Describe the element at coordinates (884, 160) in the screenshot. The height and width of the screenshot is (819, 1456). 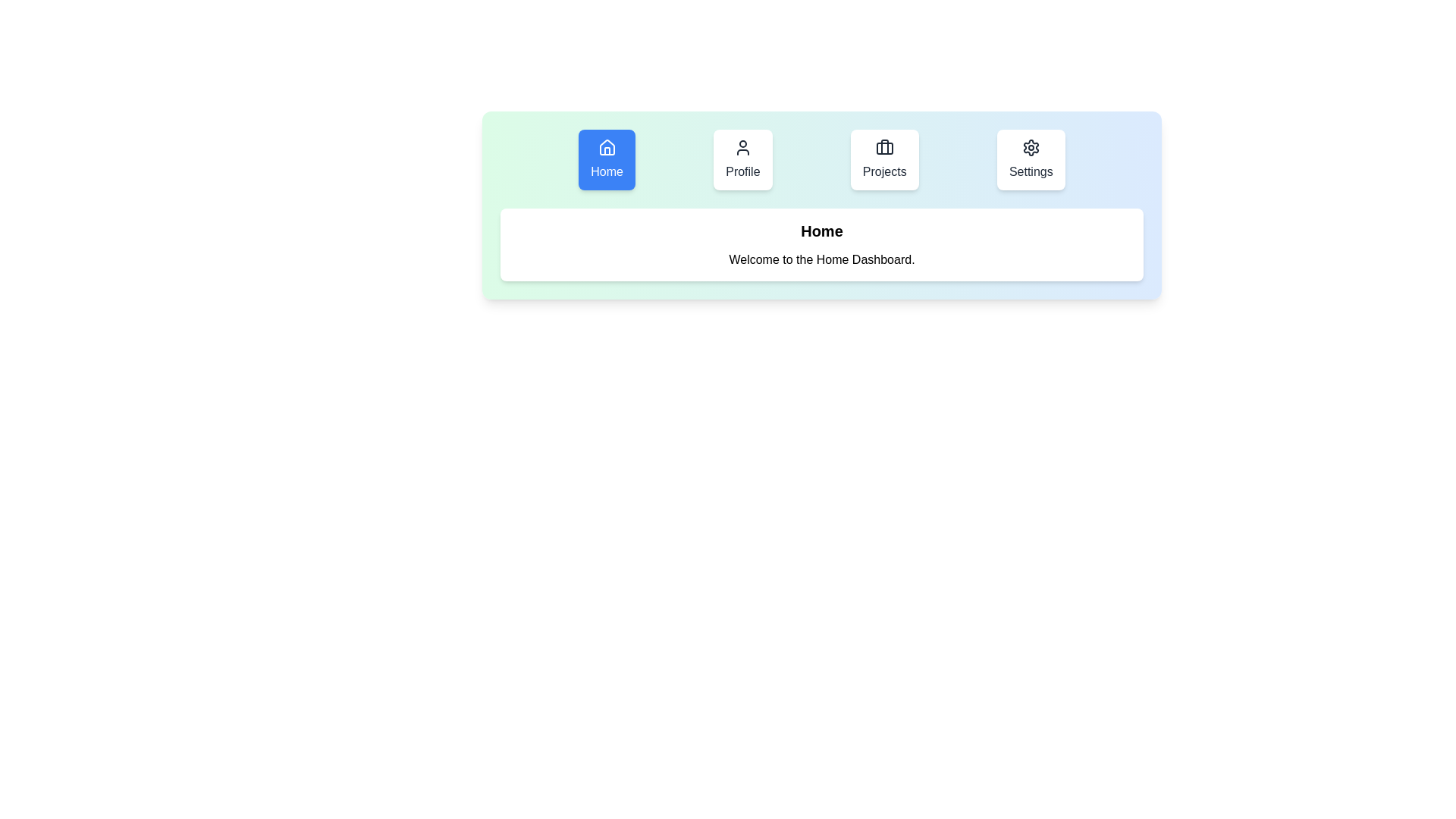
I see `the Projects tab by clicking on it` at that location.